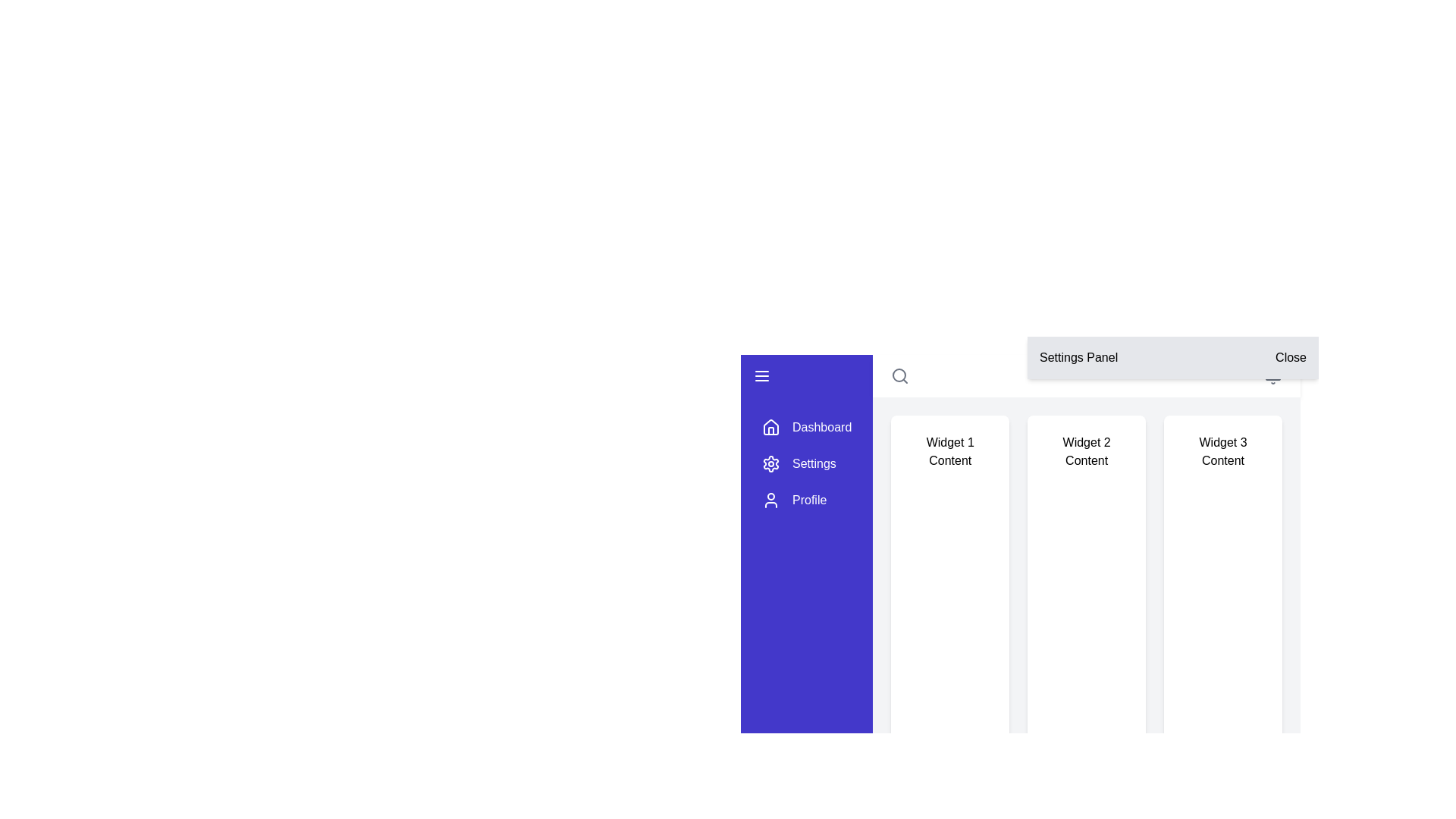 The width and height of the screenshot is (1456, 819). Describe the element at coordinates (899, 375) in the screenshot. I see `circular component of the search icon located in the upper right portion of the interface, adjacent to the settings panel` at that location.